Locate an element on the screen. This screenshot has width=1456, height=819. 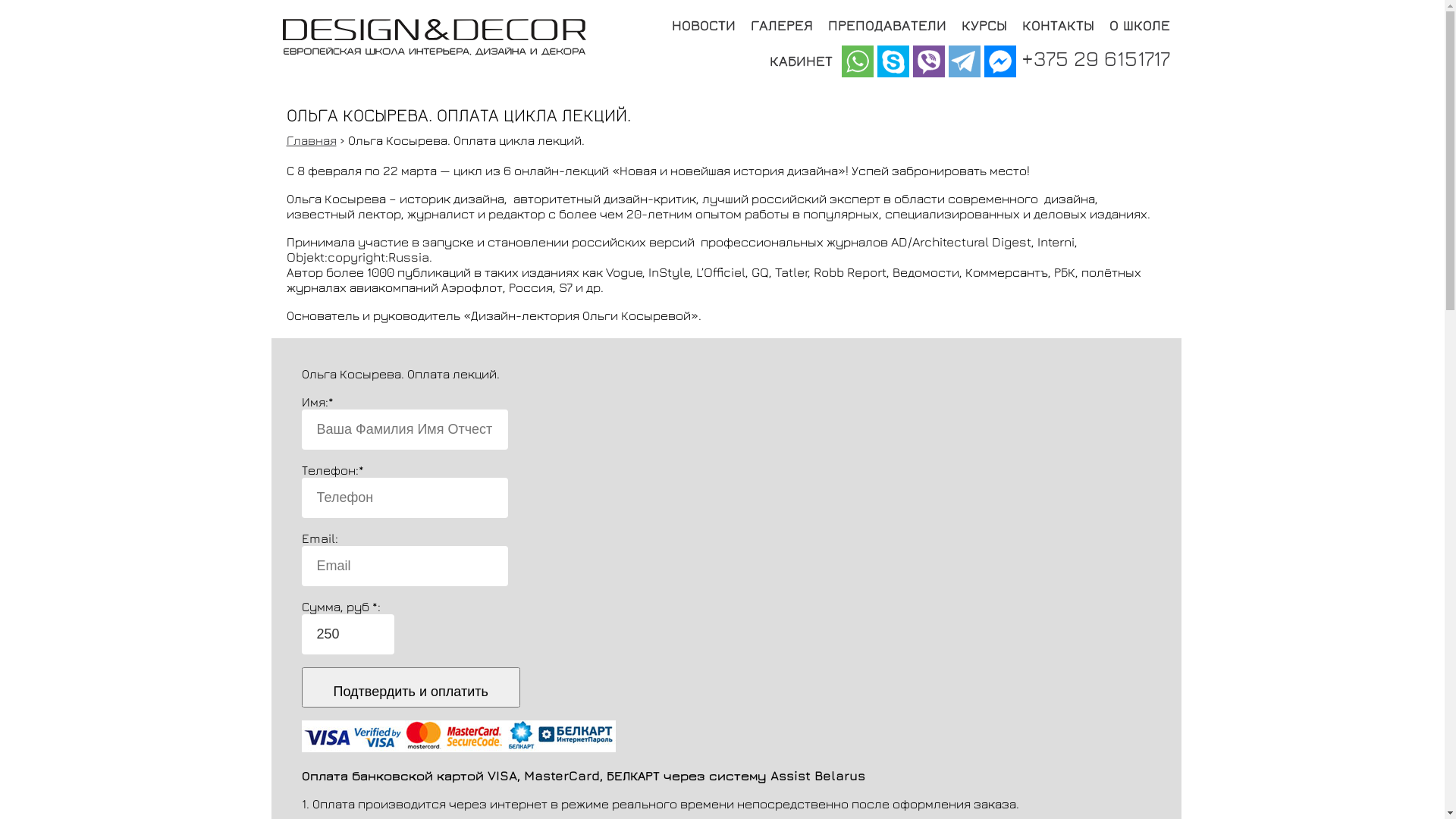
'+375 29 6151717' is located at coordinates (1095, 57).